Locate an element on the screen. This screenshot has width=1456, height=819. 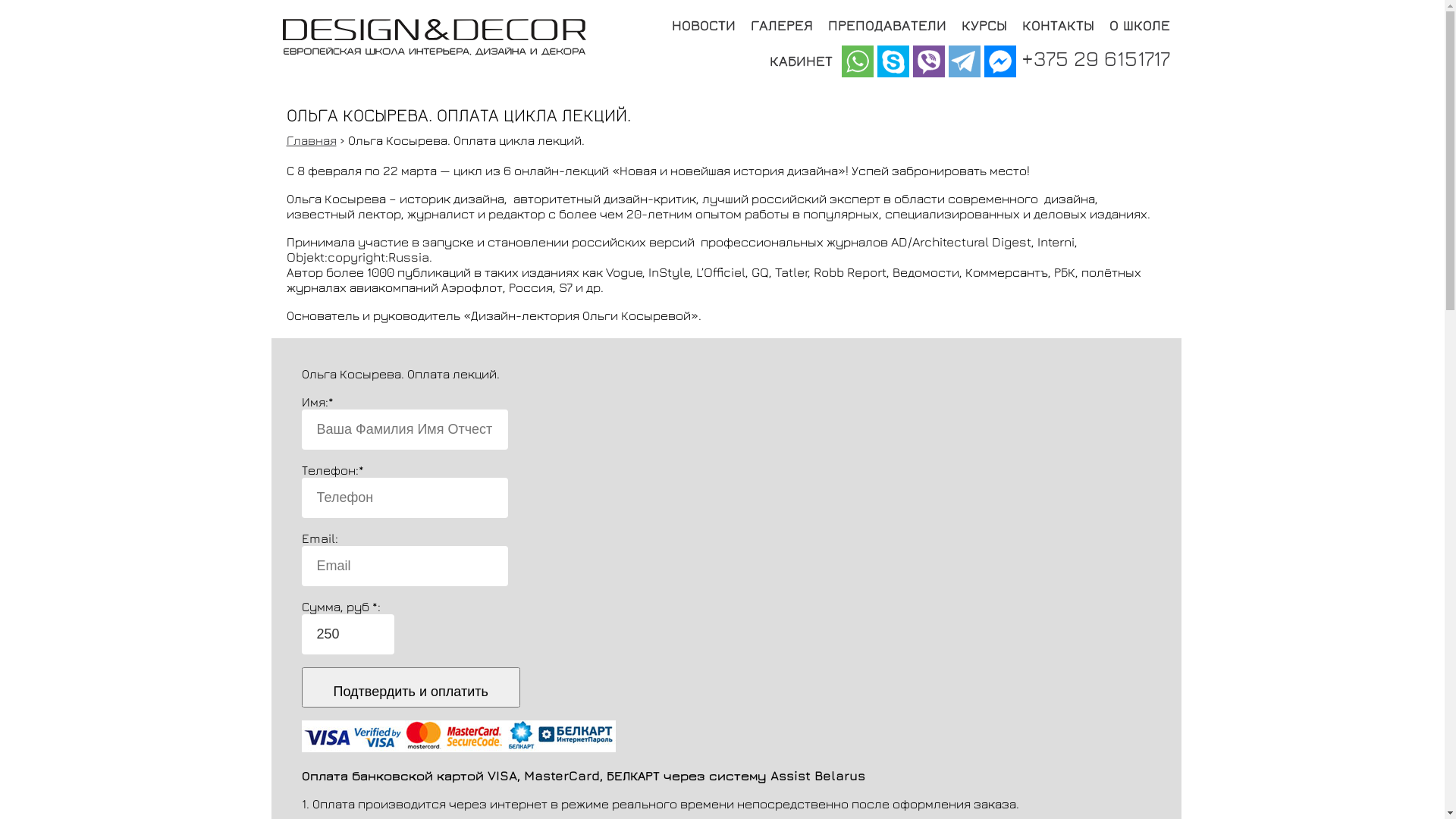
'+375 29 6151717' is located at coordinates (1095, 57).